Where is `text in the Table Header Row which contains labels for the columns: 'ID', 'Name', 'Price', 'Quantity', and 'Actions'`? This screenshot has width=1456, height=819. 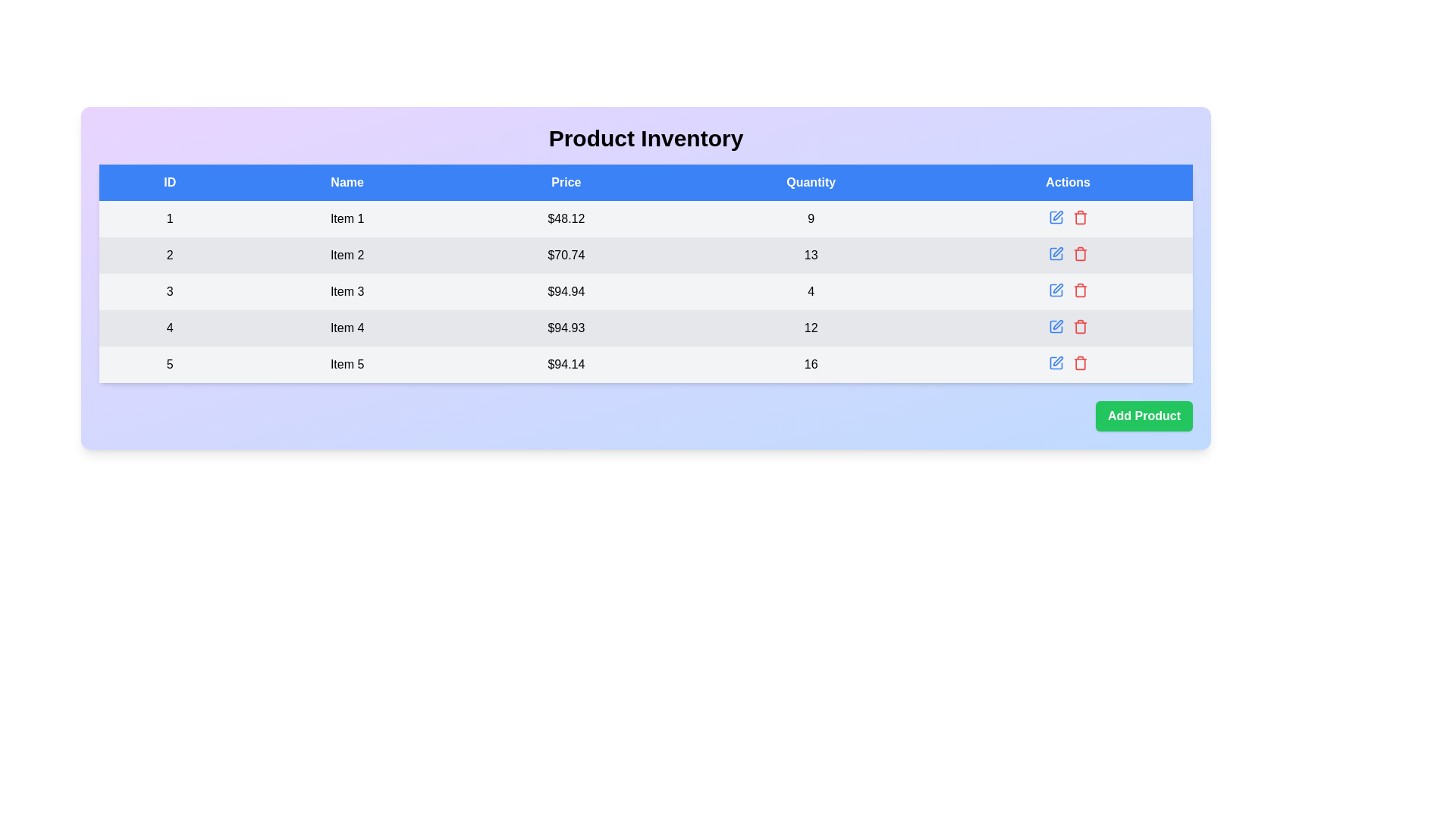
text in the Table Header Row which contains labels for the columns: 'ID', 'Name', 'Price', 'Quantity', and 'Actions' is located at coordinates (645, 181).